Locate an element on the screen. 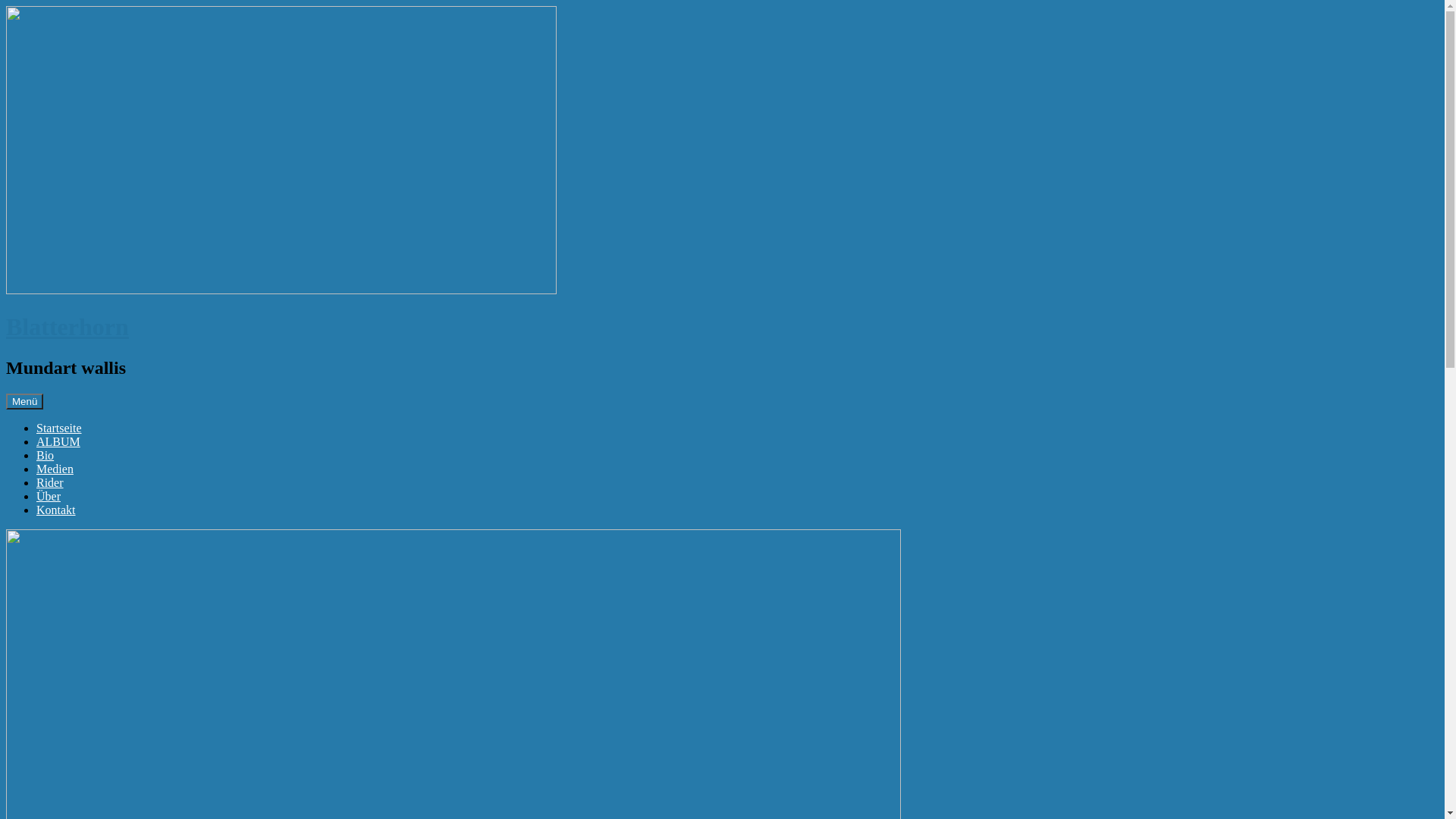 This screenshot has height=819, width=1456. 'Blatterhorn' is located at coordinates (67, 326).